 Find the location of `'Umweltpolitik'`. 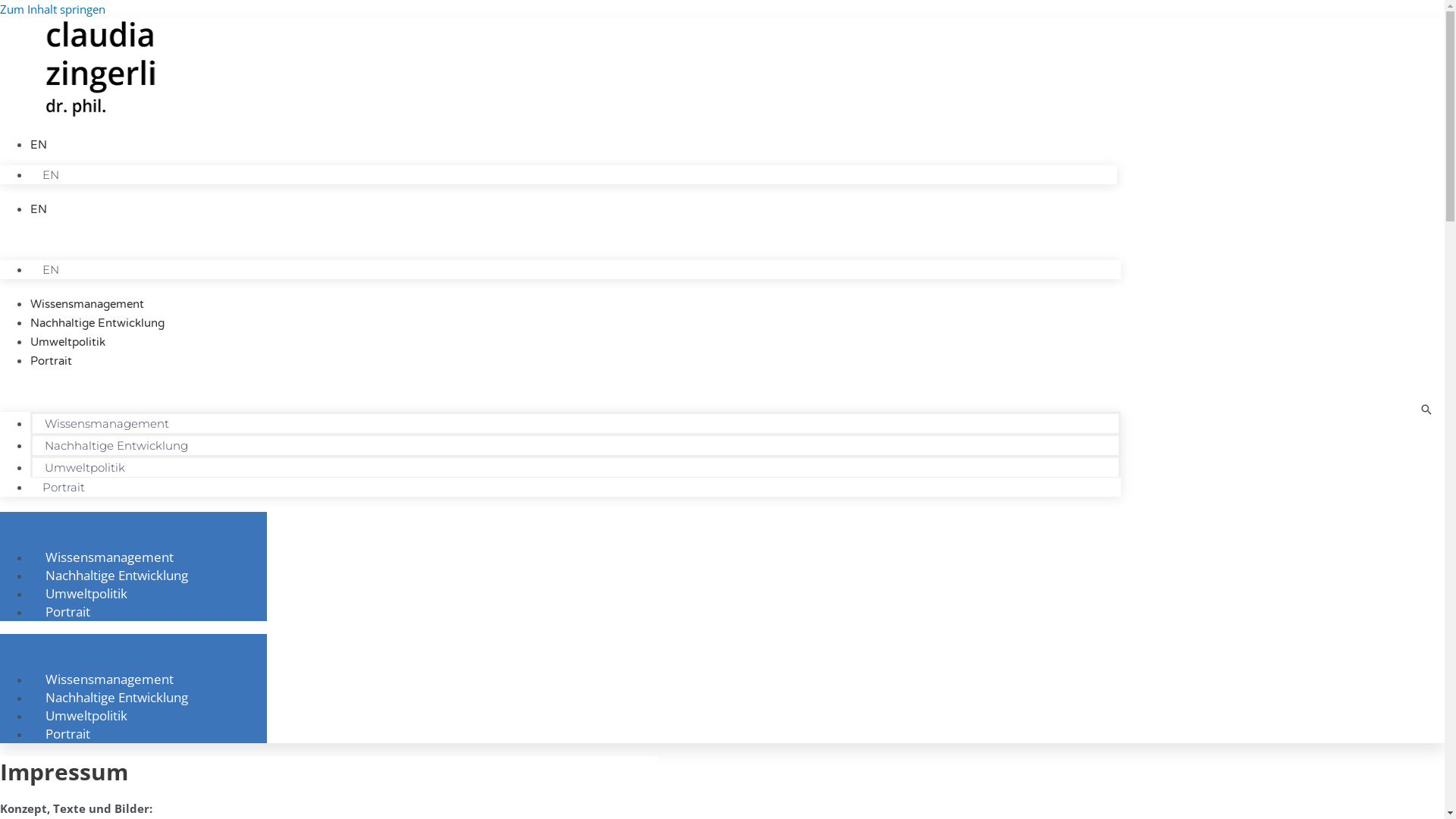

'Umweltpolitik' is located at coordinates (67, 342).